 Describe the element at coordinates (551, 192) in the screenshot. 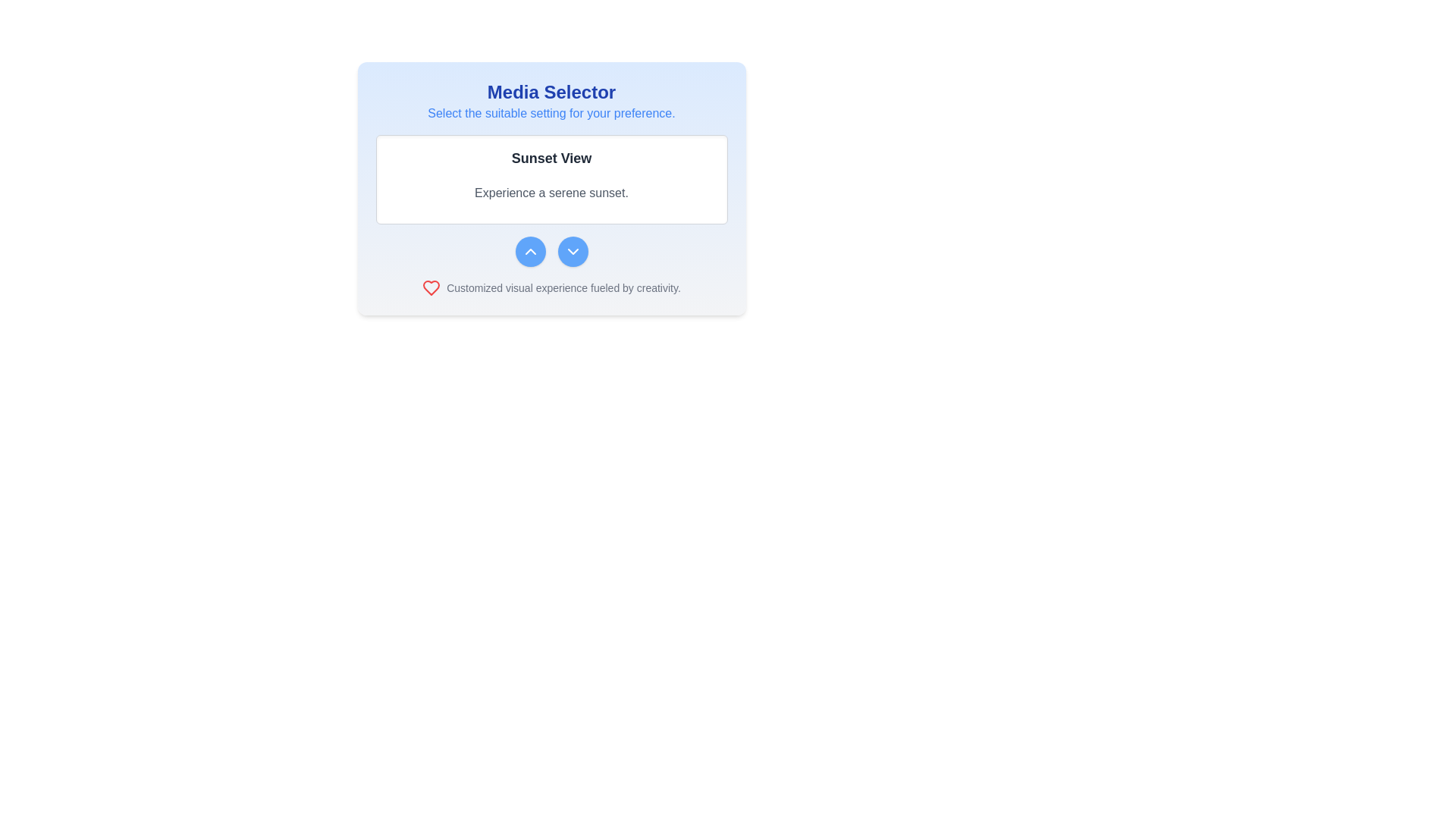

I see `the text label that reads 'Experience a serene sunset.' which is styled with a gray font and centered below the title 'Sunset View' in the white rectangular card` at that location.